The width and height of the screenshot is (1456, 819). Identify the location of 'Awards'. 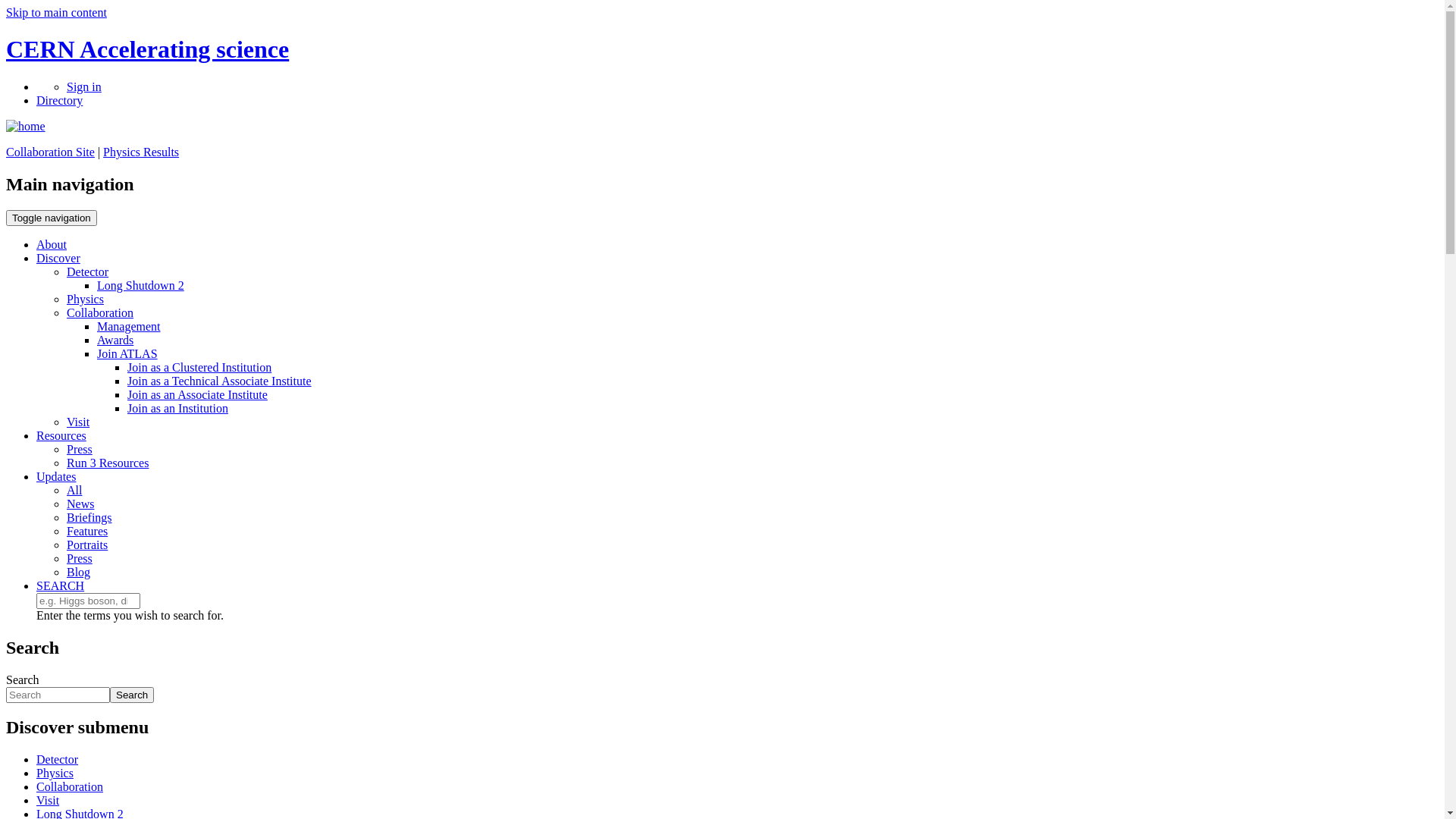
(115, 339).